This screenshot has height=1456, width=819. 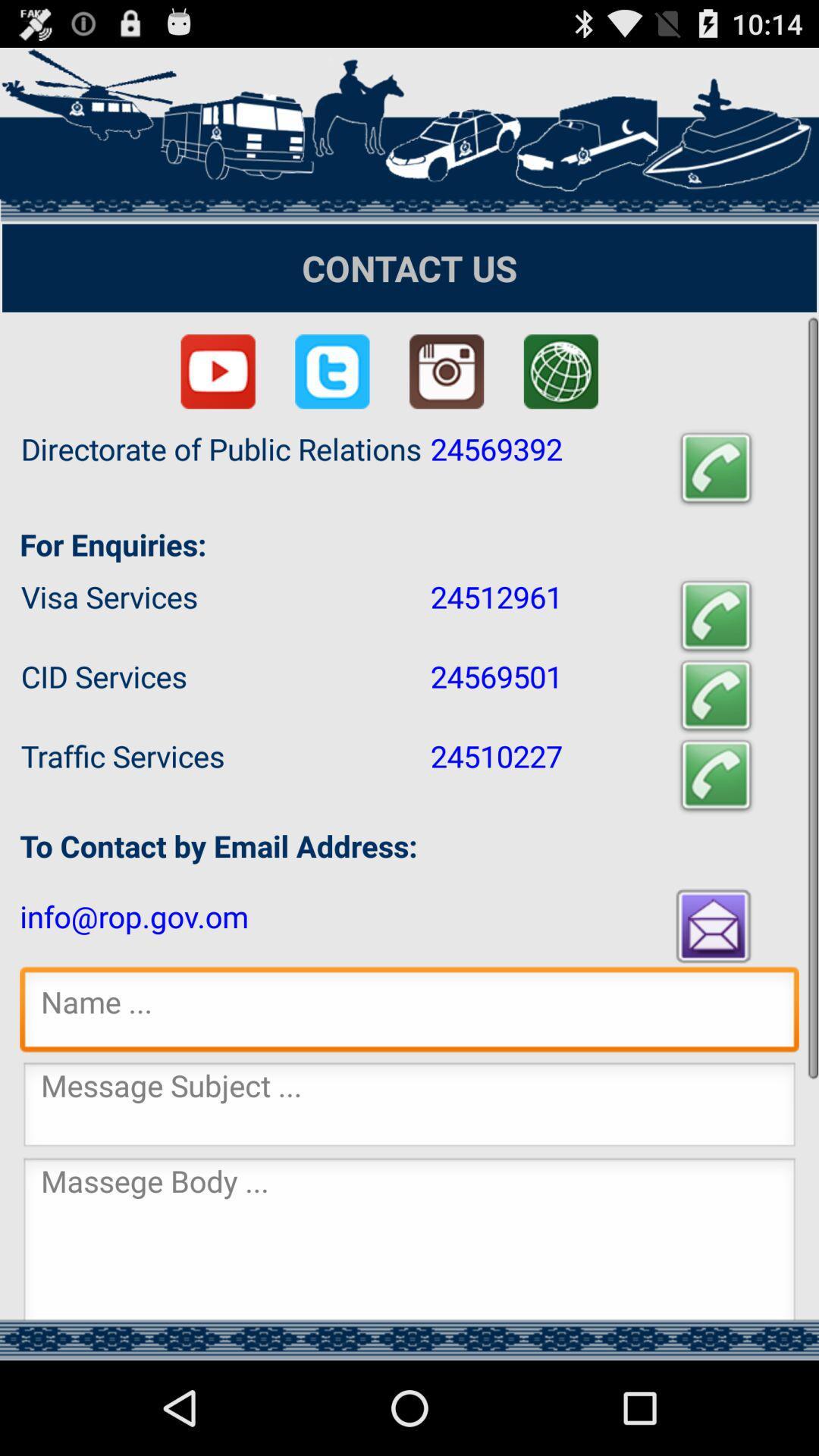 What do you see at coordinates (560, 372) in the screenshot?
I see `click browser` at bounding box center [560, 372].